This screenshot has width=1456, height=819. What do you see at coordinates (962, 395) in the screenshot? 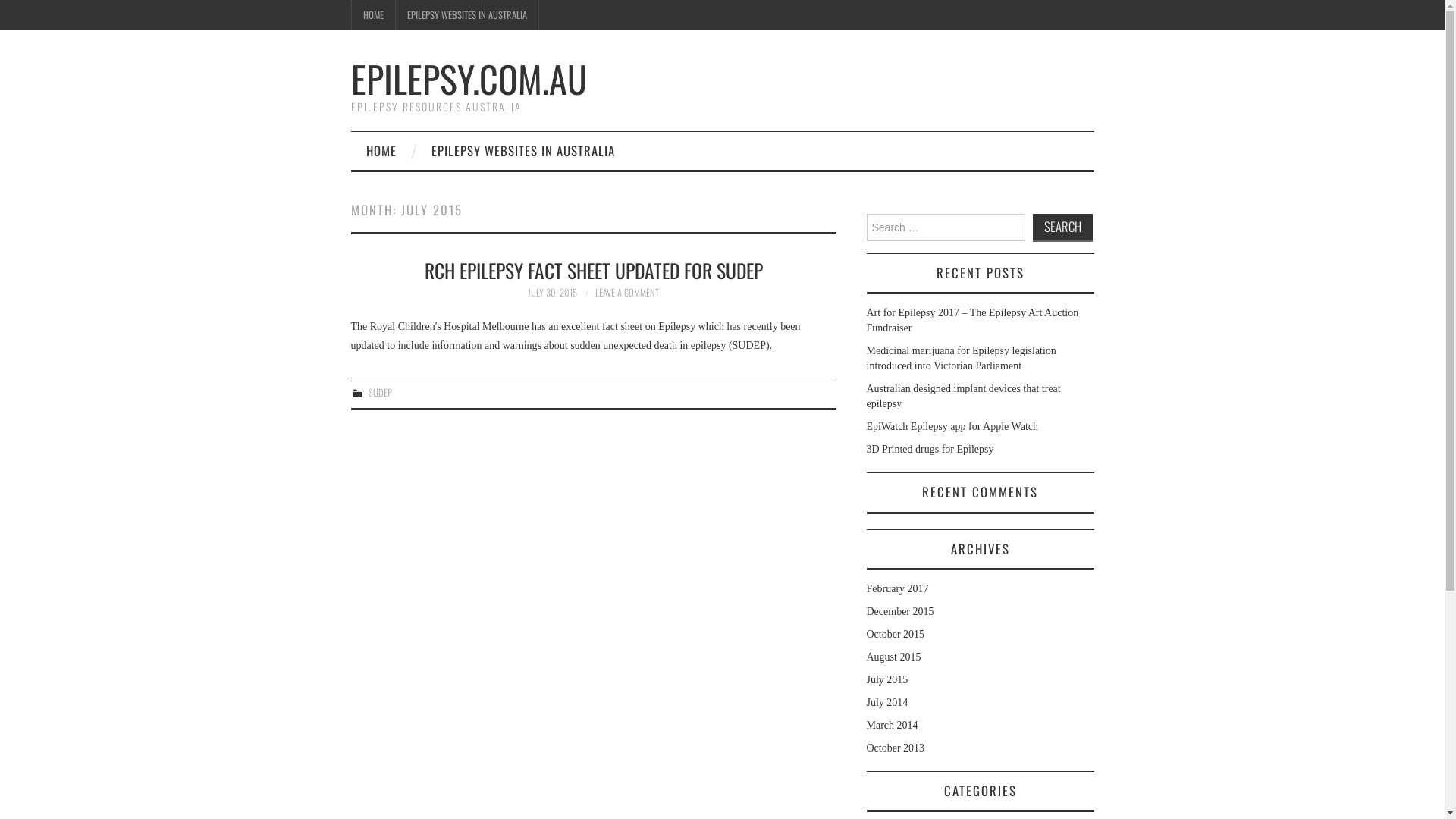
I see `'Australian designed implant devices that treat epilepsy'` at bounding box center [962, 395].